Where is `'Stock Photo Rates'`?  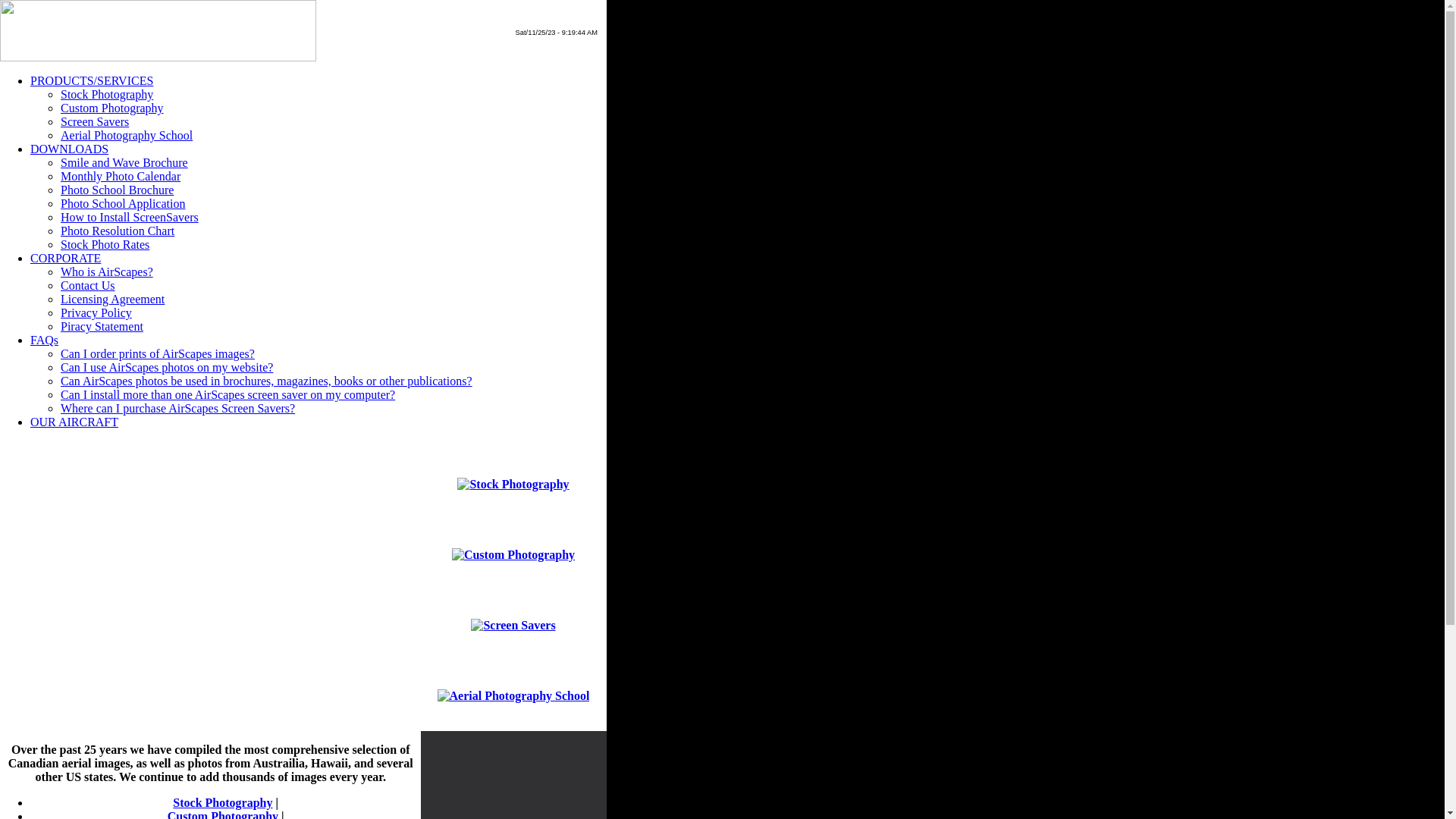 'Stock Photo Rates' is located at coordinates (104, 243).